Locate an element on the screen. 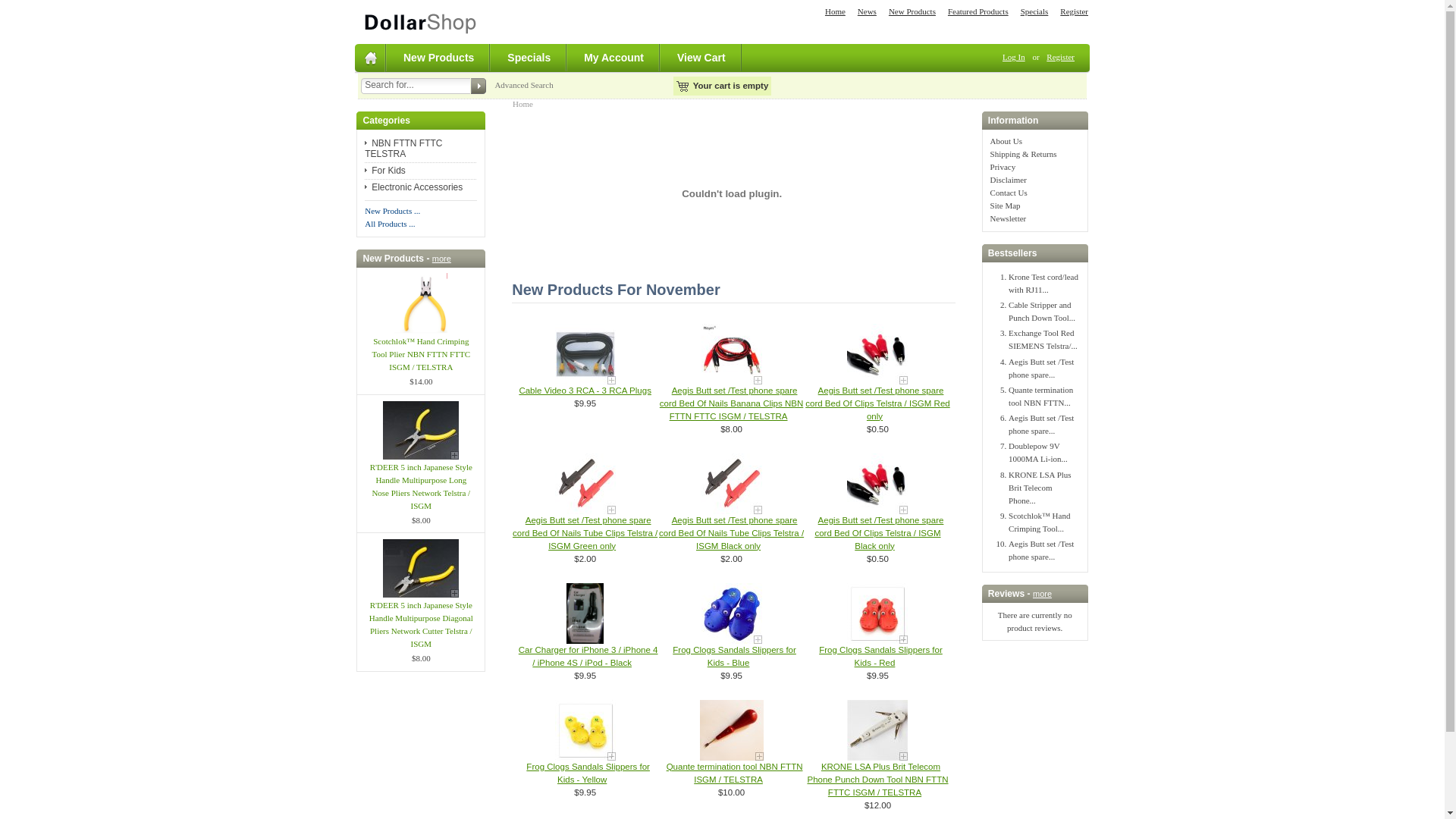 This screenshot has width=1456, height=819. 'Krone Test cord/lead with RJ11...' is located at coordinates (1043, 283).